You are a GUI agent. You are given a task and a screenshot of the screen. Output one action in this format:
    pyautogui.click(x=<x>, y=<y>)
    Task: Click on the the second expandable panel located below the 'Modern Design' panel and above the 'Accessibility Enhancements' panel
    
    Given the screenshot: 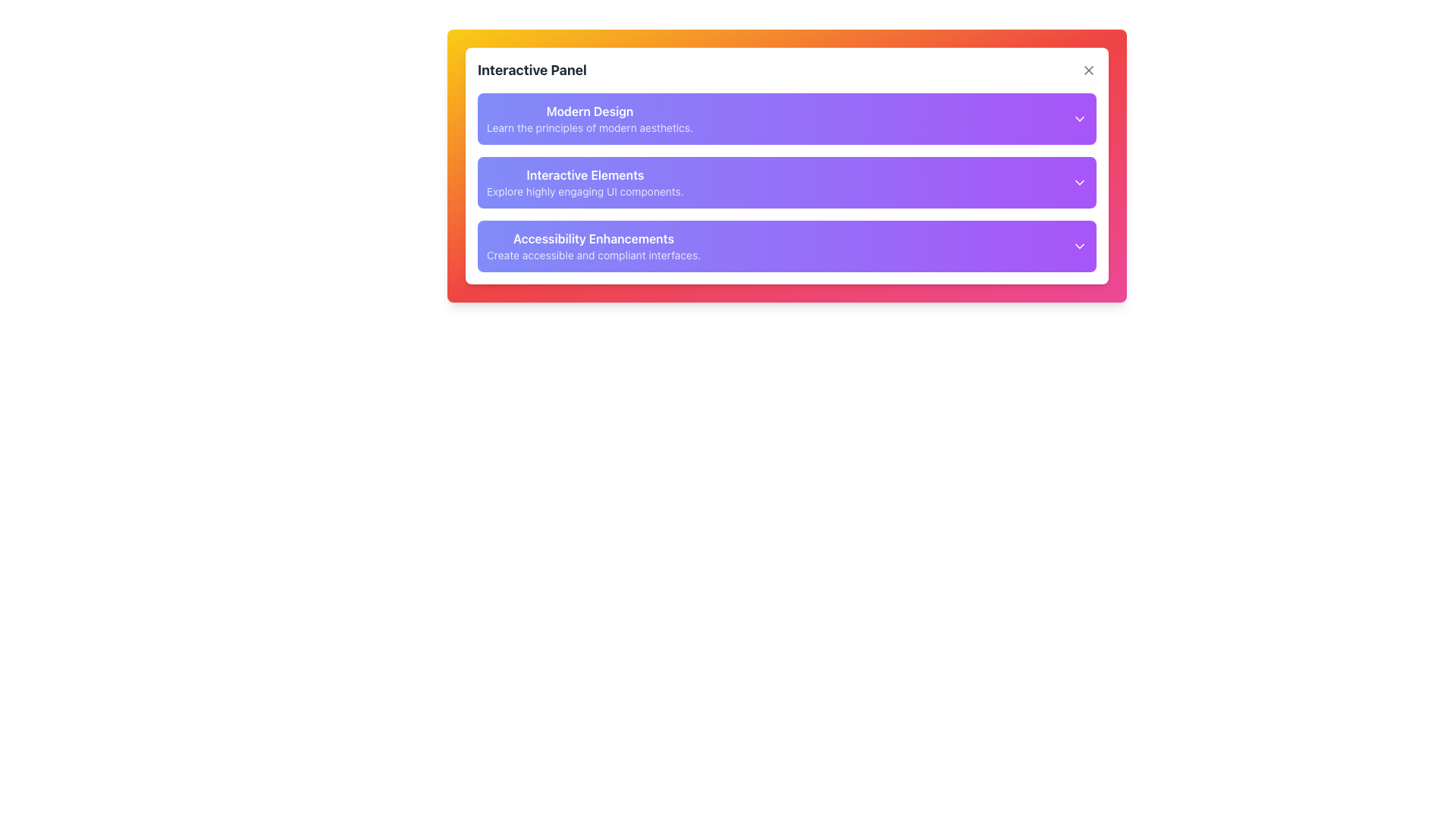 What is the action you would take?
    pyautogui.click(x=786, y=166)
    